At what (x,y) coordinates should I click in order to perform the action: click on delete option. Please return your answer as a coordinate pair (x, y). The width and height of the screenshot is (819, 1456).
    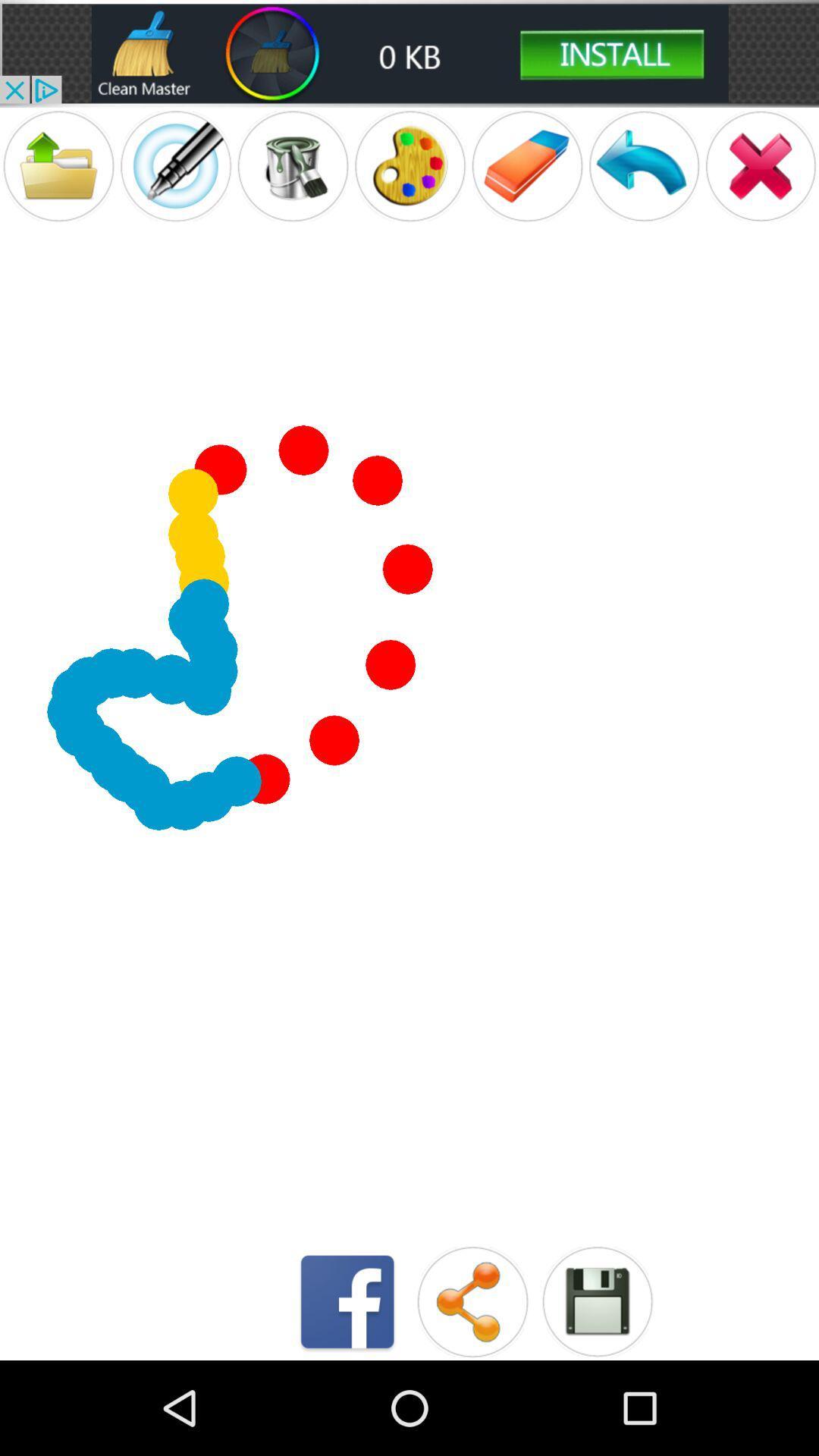
    Looking at the image, I should click on (761, 166).